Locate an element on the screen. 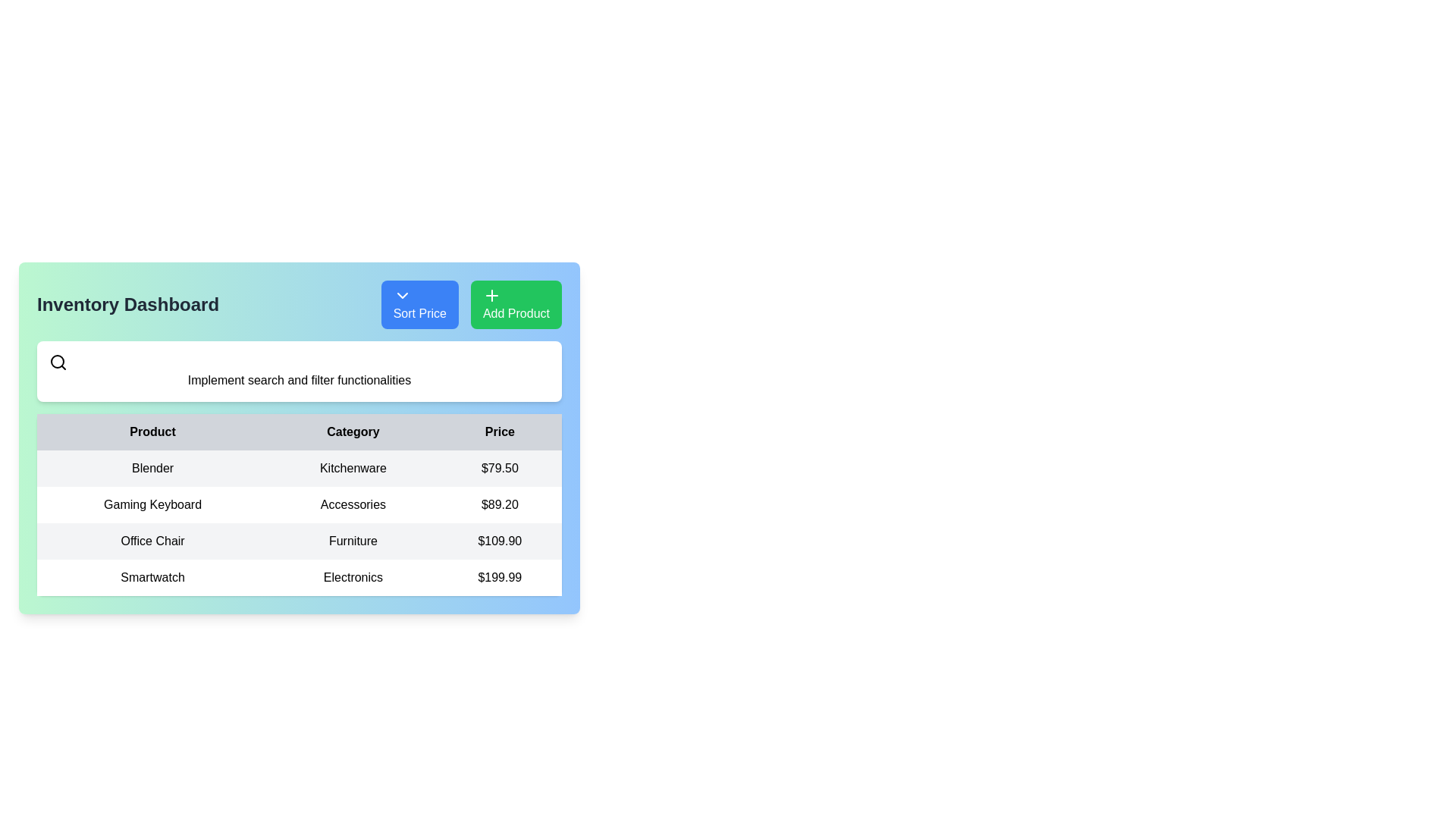 The image size is (1456, 819). the green 'Add Product' button with rounded corners, which is the second button from the right in the header area is located at coordinates (516, 304).